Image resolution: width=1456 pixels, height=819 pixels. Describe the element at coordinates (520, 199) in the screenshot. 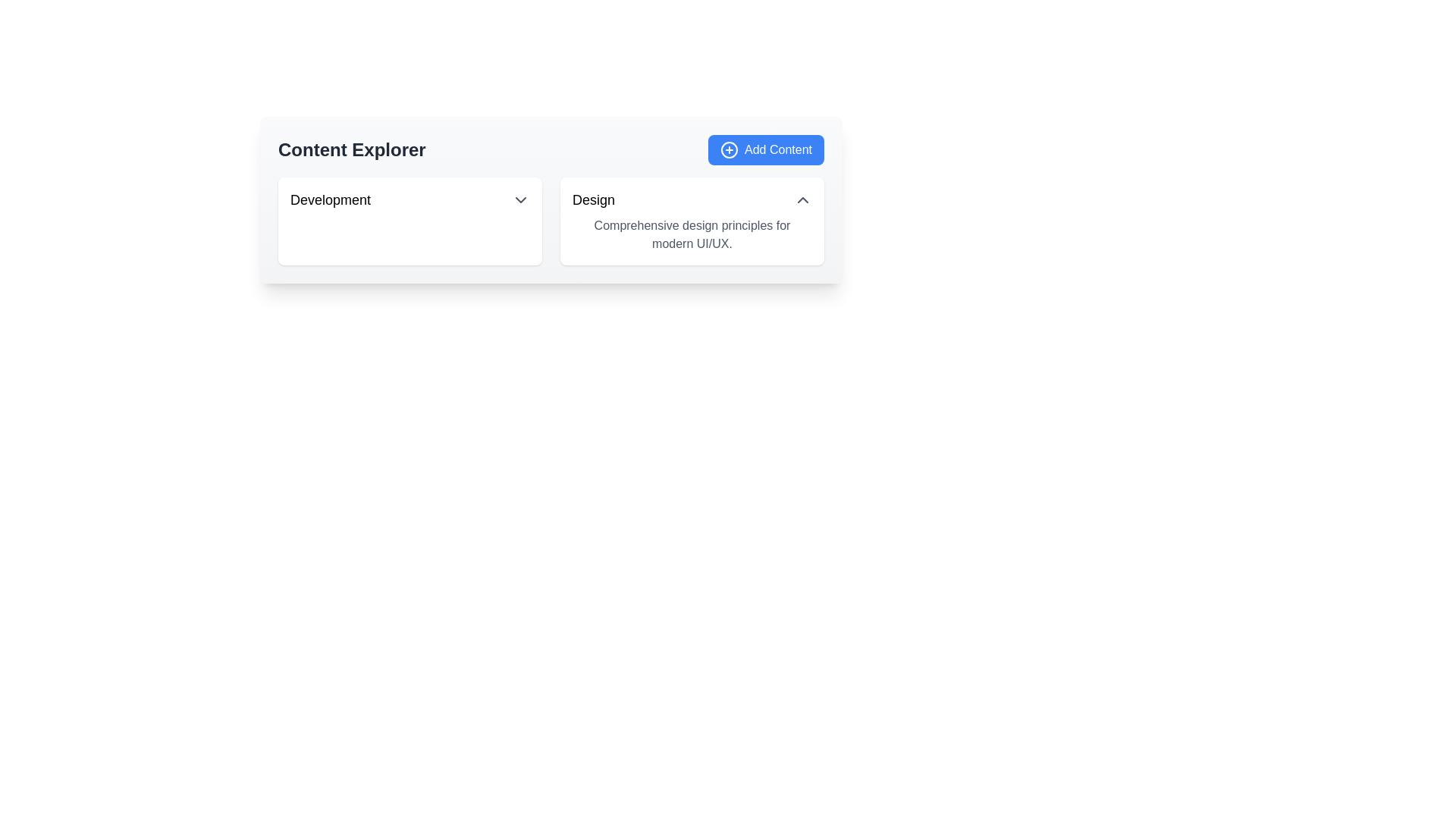

I see `the Dropdown indicator icon located on the right side of the 'Development' section` at that location.